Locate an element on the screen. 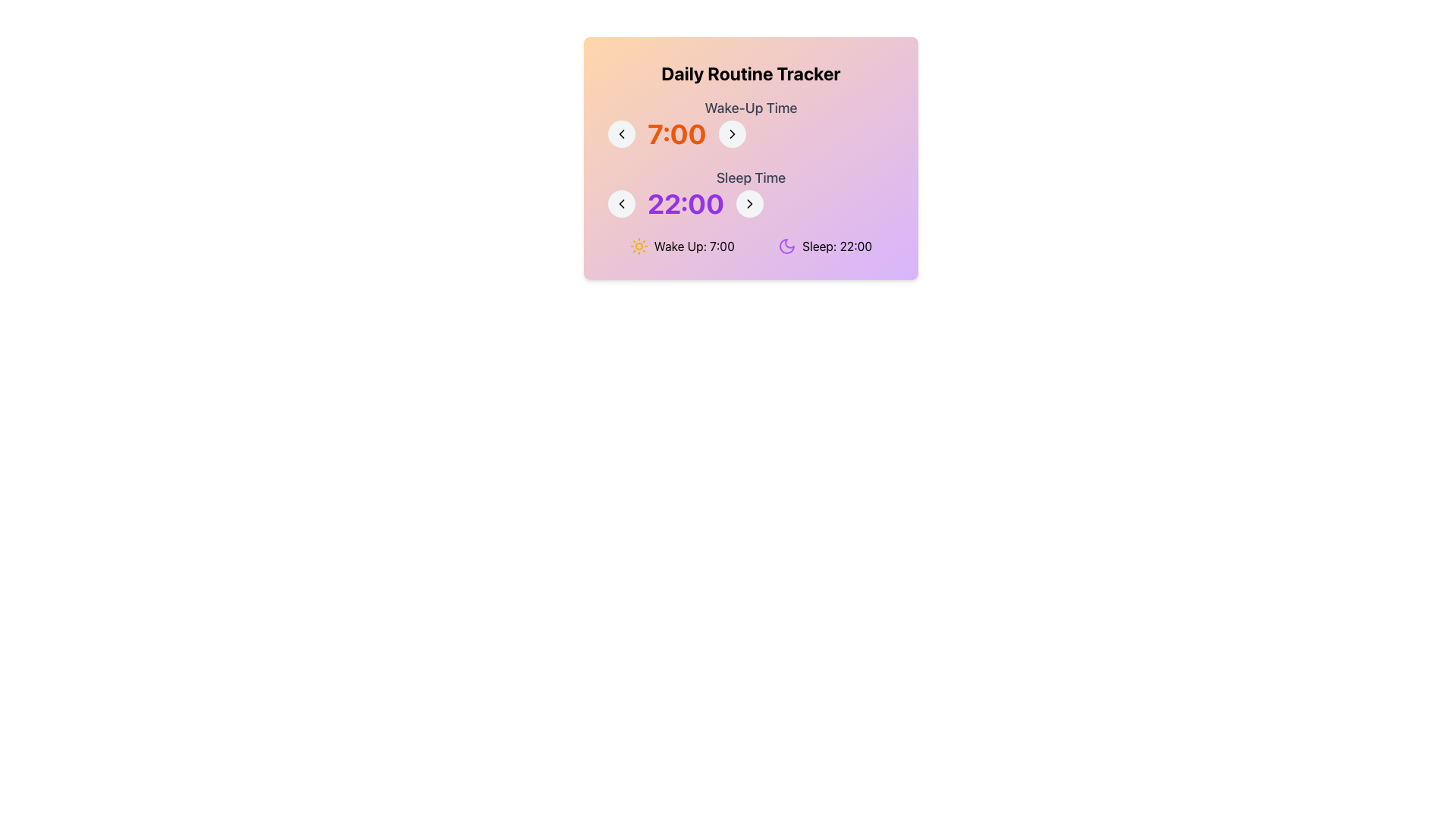 The height and width of the screenshot is (819, 1456). the crescent moon icon in the 'Sleep' section of the daily routine tracker interface, which is styled with a purple fill and located to the left of the 'Sleep: 22:00' text is located at coordinates (787, 245).